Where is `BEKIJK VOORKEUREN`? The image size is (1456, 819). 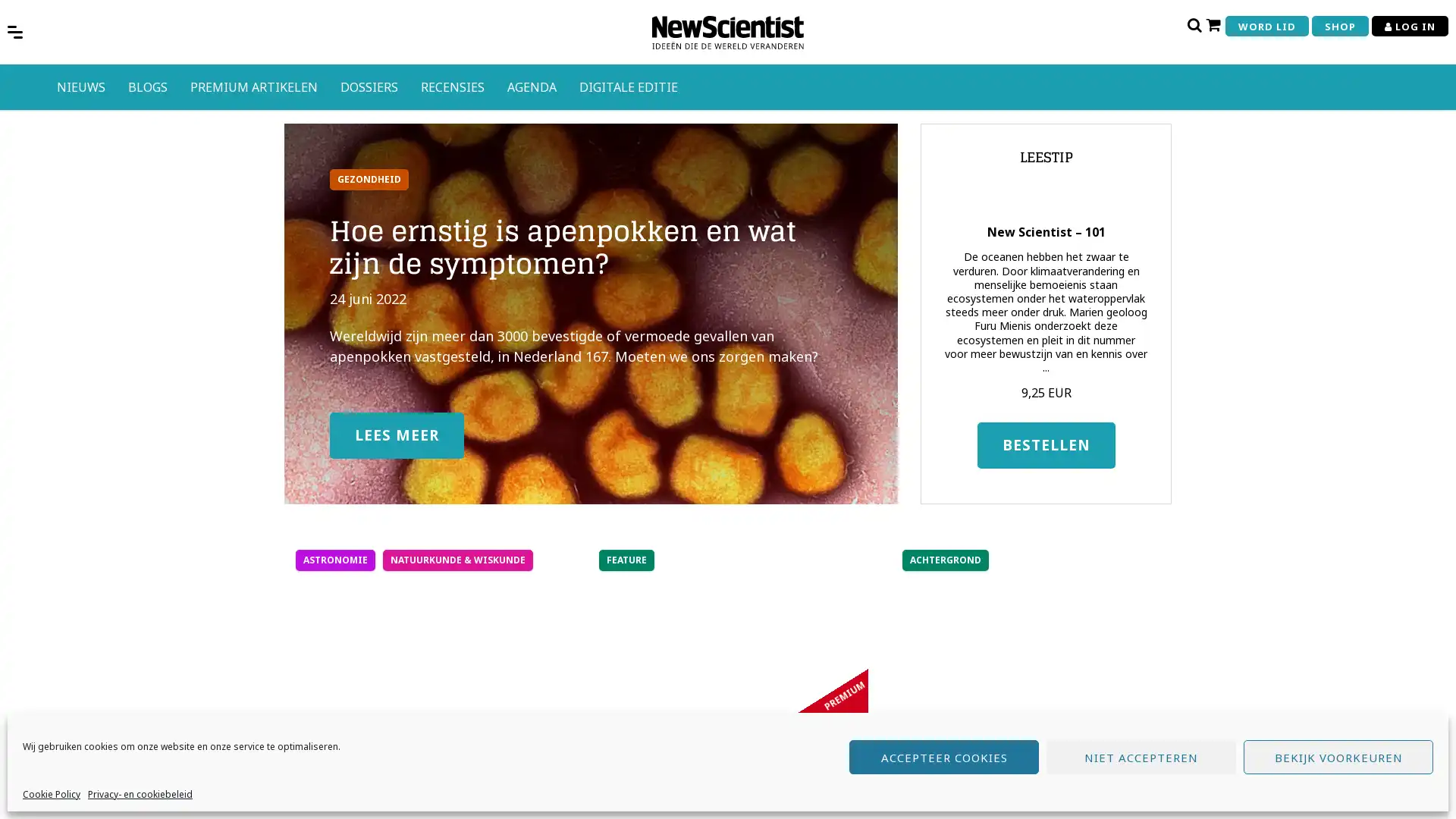
BEKIJK VOORKEUREN is located at coordinates (1338, 757).